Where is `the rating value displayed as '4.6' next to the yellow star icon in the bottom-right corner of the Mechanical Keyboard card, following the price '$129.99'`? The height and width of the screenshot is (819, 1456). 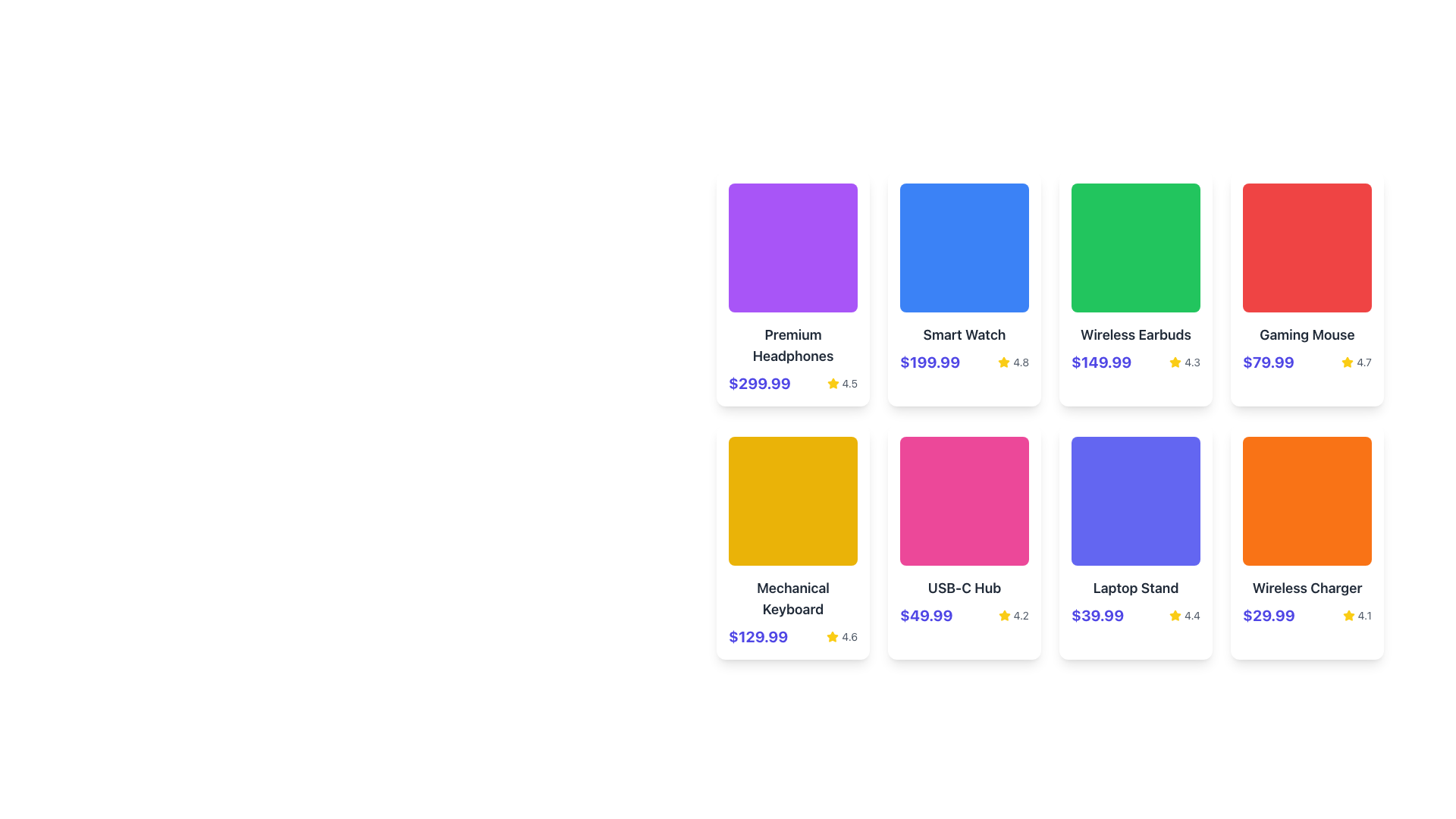 the rating value displayed as '4.6' next to the yellow star icon in the bottom-right corner of the Mechanical Keyboard card, following the price '$129.99' is located at coordinates (841, 637).